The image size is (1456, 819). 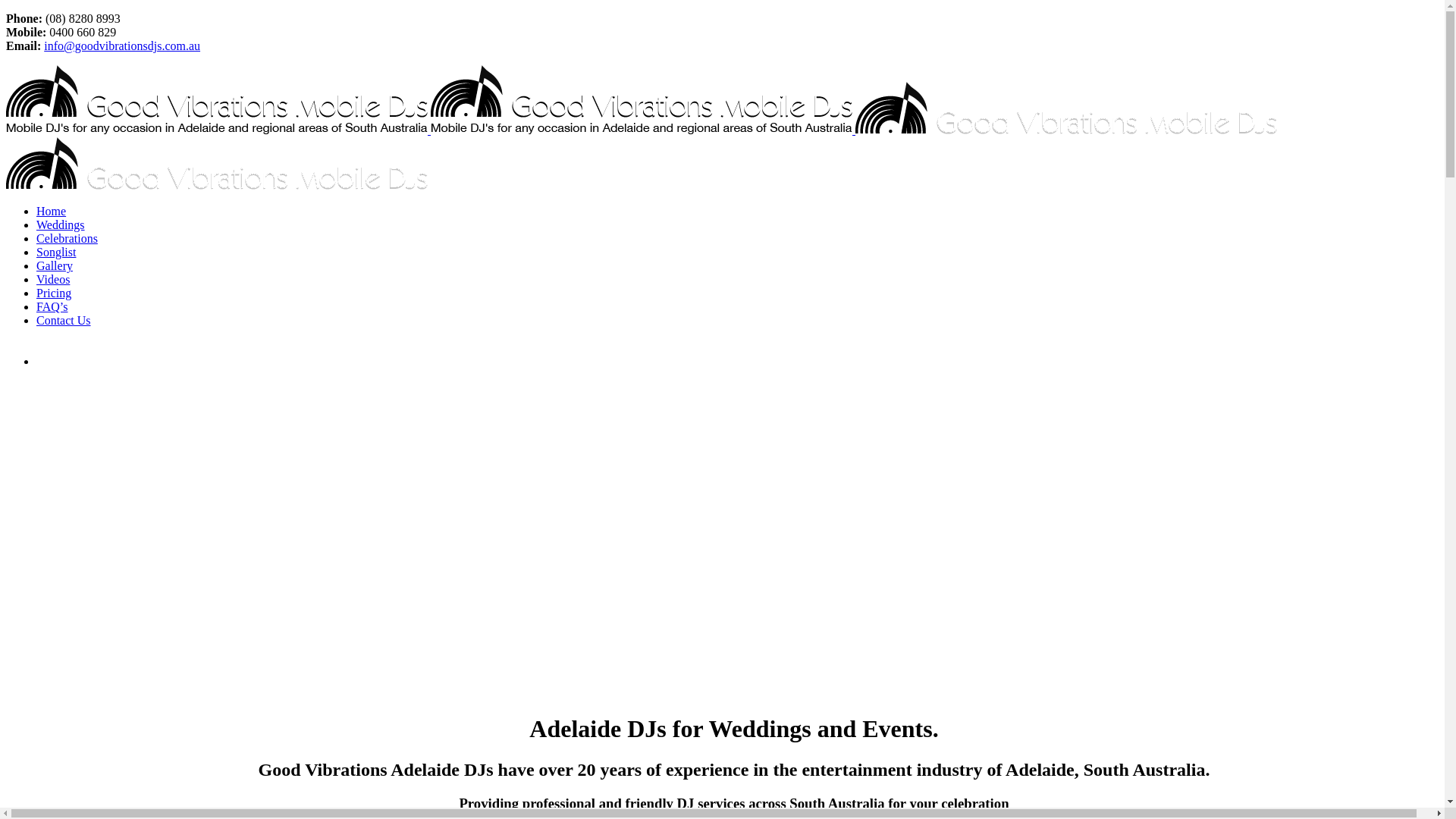 I want to click on 'Celebrations', so click(x=66, y=238).